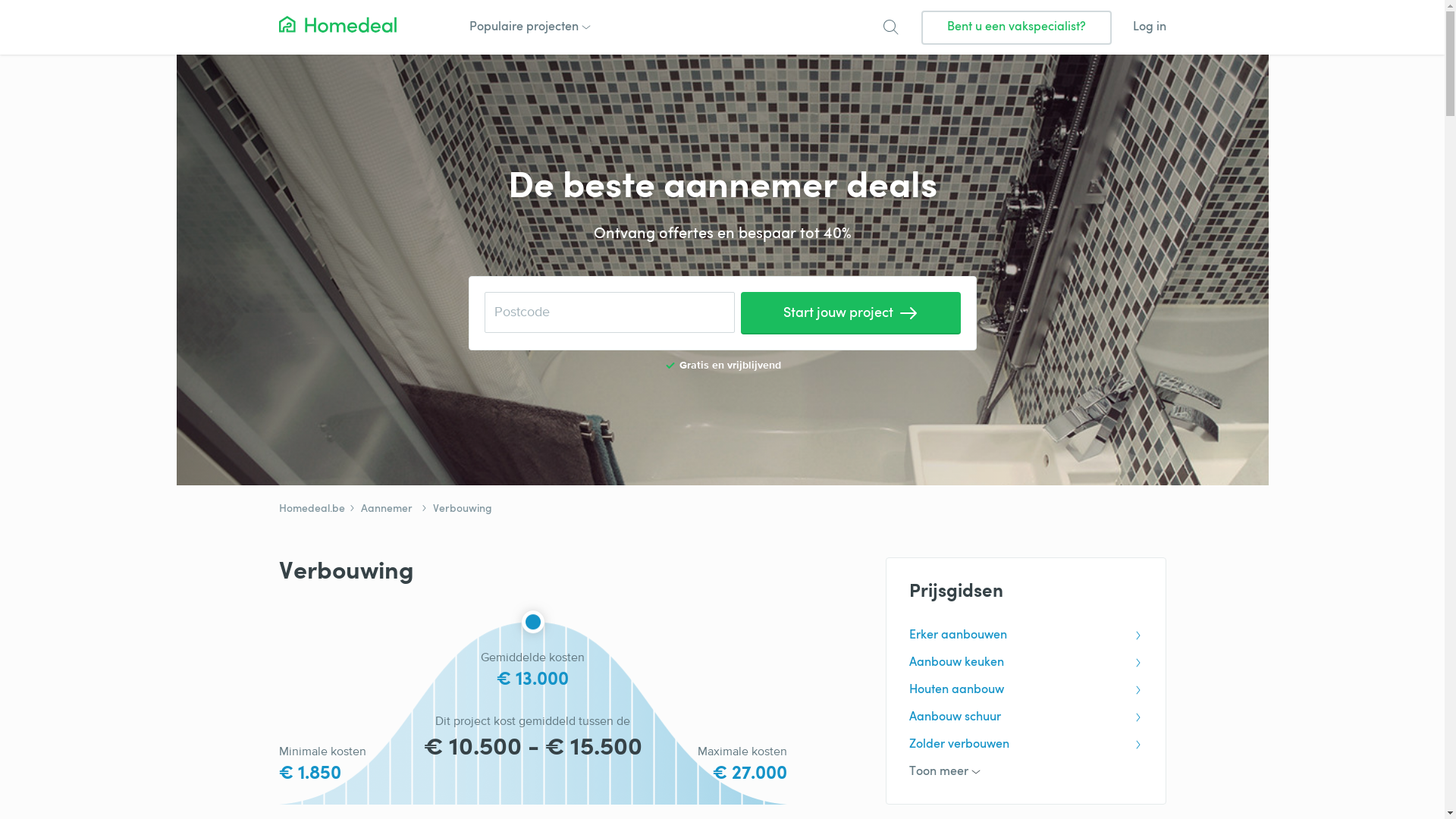  Describe the element at coordinates (311, 509) in the screenshot. I see `'Homedeal.be'` at that location.